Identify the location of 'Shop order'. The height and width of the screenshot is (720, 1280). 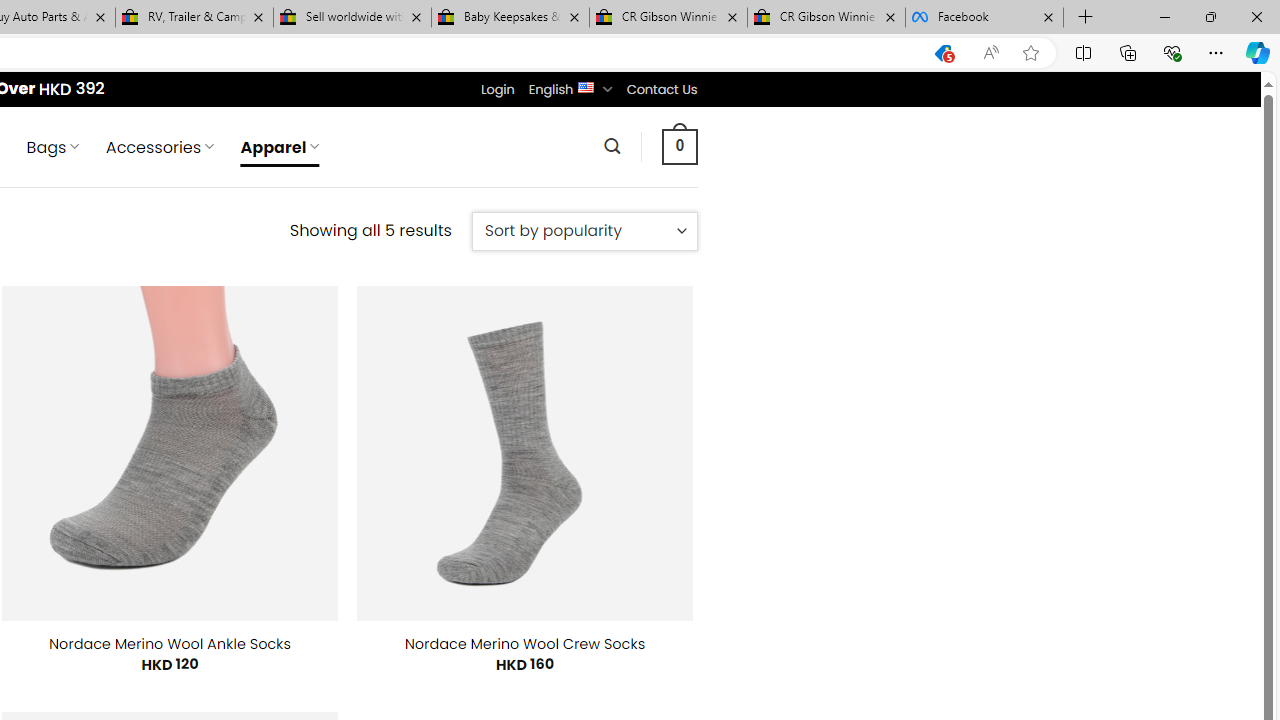
(583, 230).